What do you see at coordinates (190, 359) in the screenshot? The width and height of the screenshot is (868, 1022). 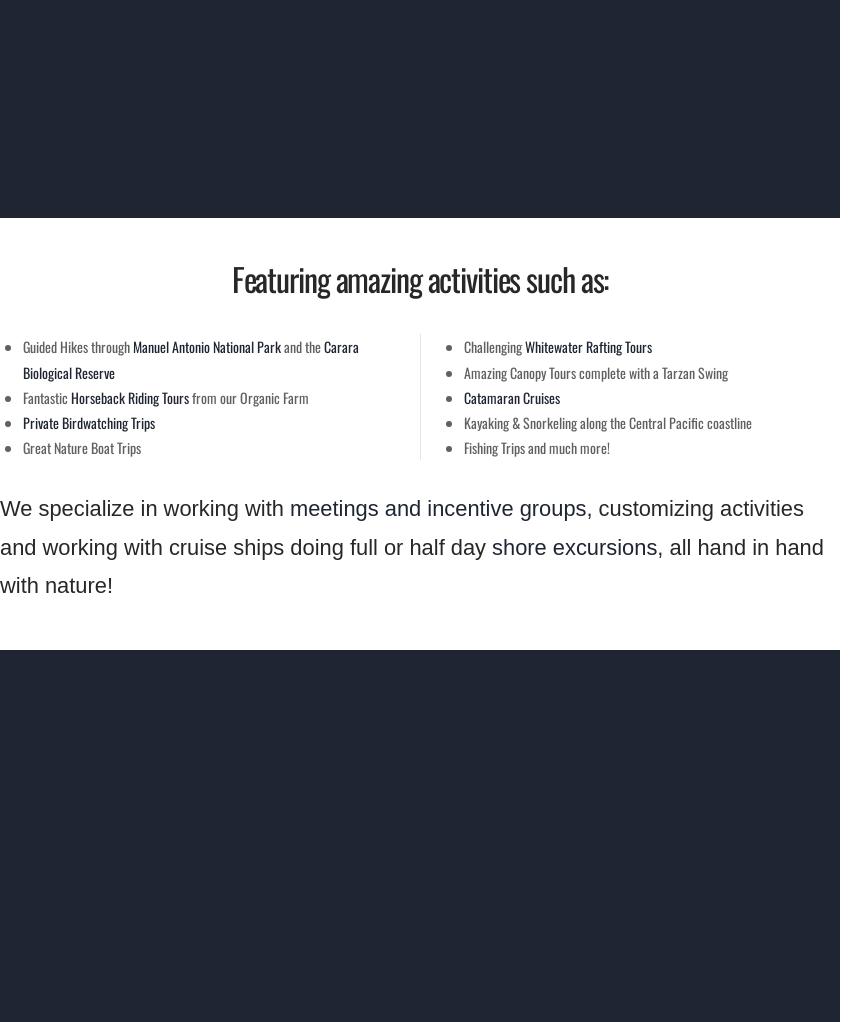 I see `'Carara Biological Reserve'` at bounding box center [190, 359].